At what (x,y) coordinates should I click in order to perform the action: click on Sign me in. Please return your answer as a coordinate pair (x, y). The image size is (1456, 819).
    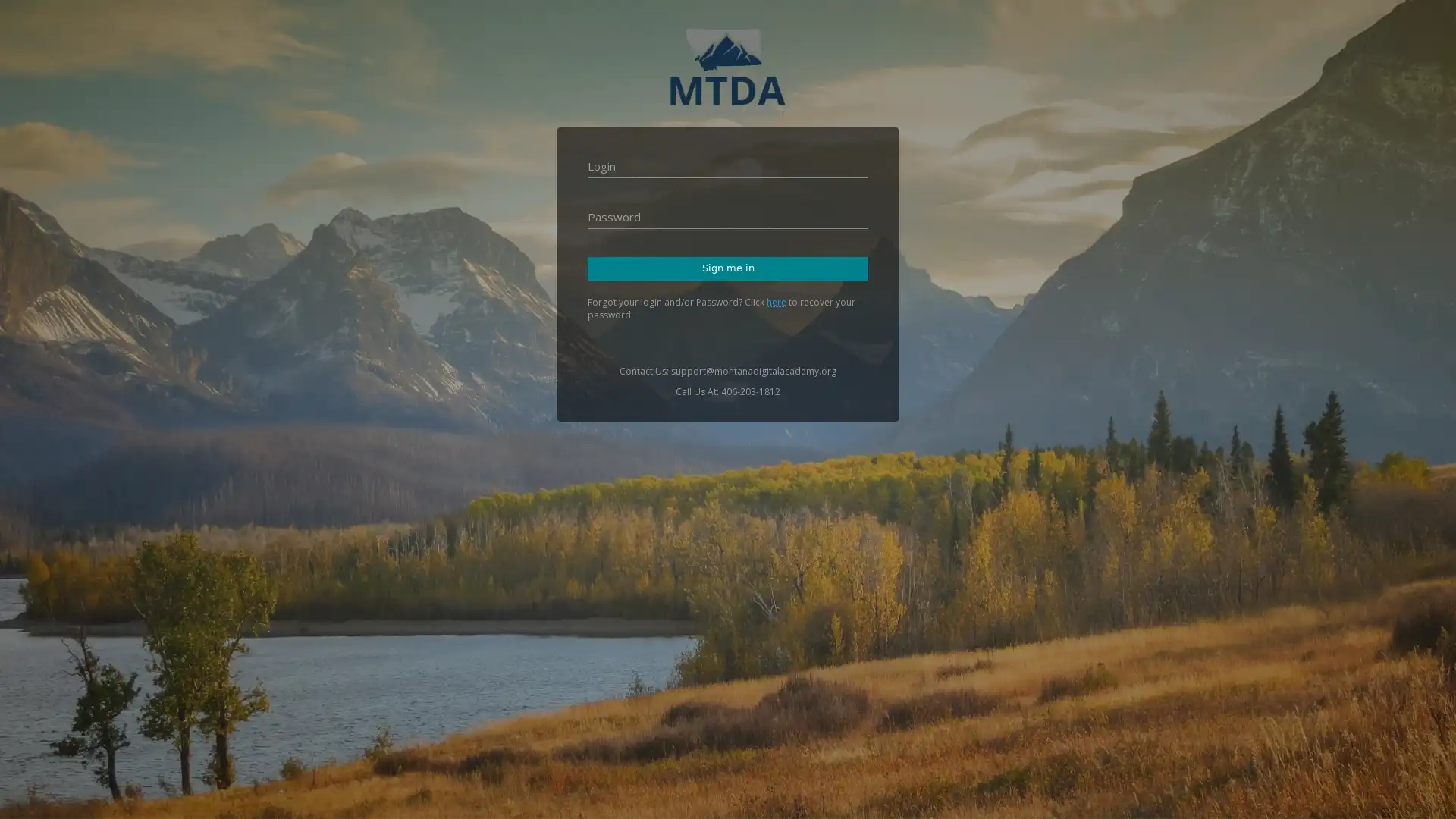
    Looking at the image, I should click on (728, 268).